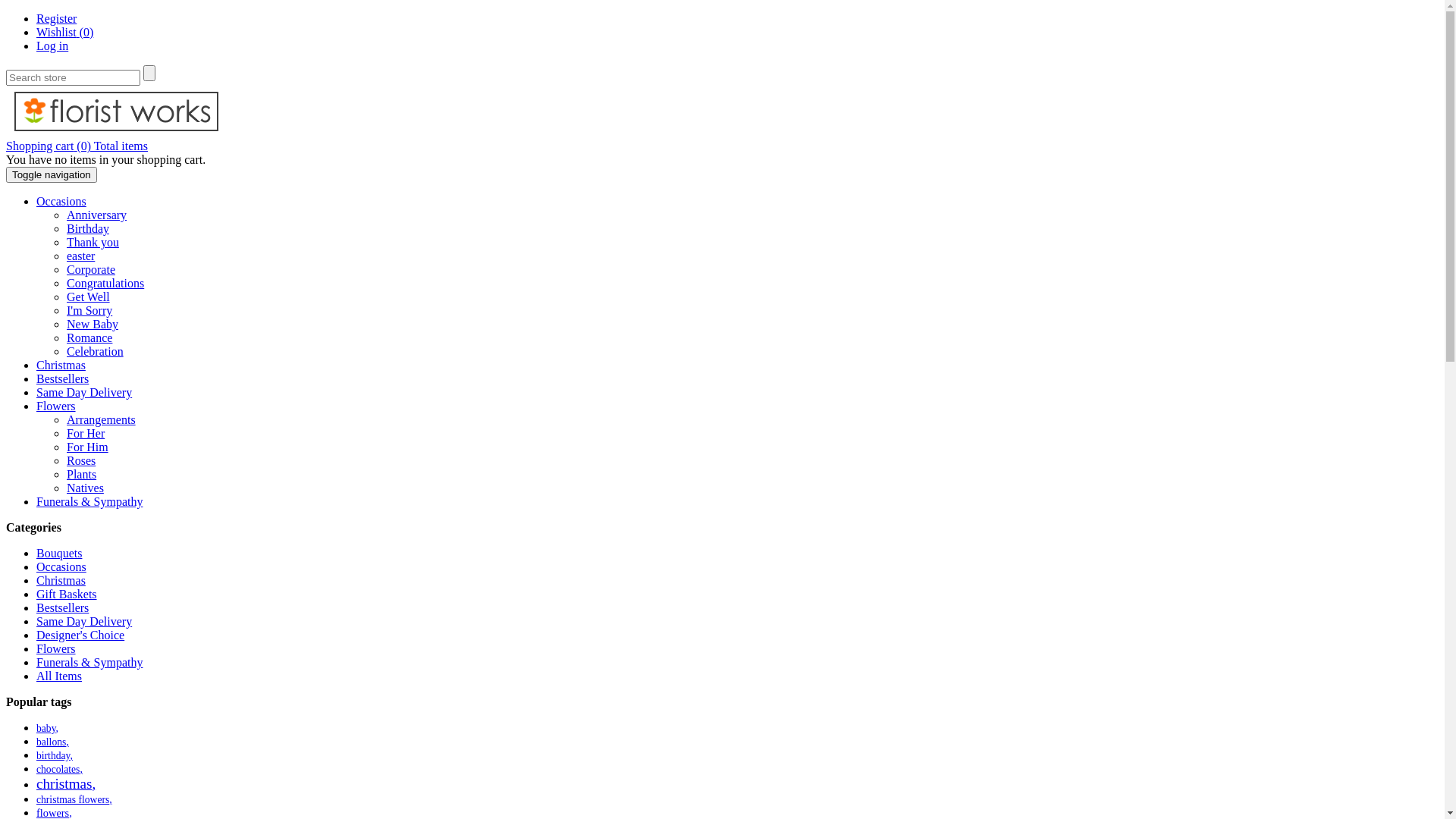 The height and width of the screenshot is (819, 1456). What do you see at coordinates (73, 799) in the screenshot?
I see `'christmas flowers,'` at bounding box center [73, 799].